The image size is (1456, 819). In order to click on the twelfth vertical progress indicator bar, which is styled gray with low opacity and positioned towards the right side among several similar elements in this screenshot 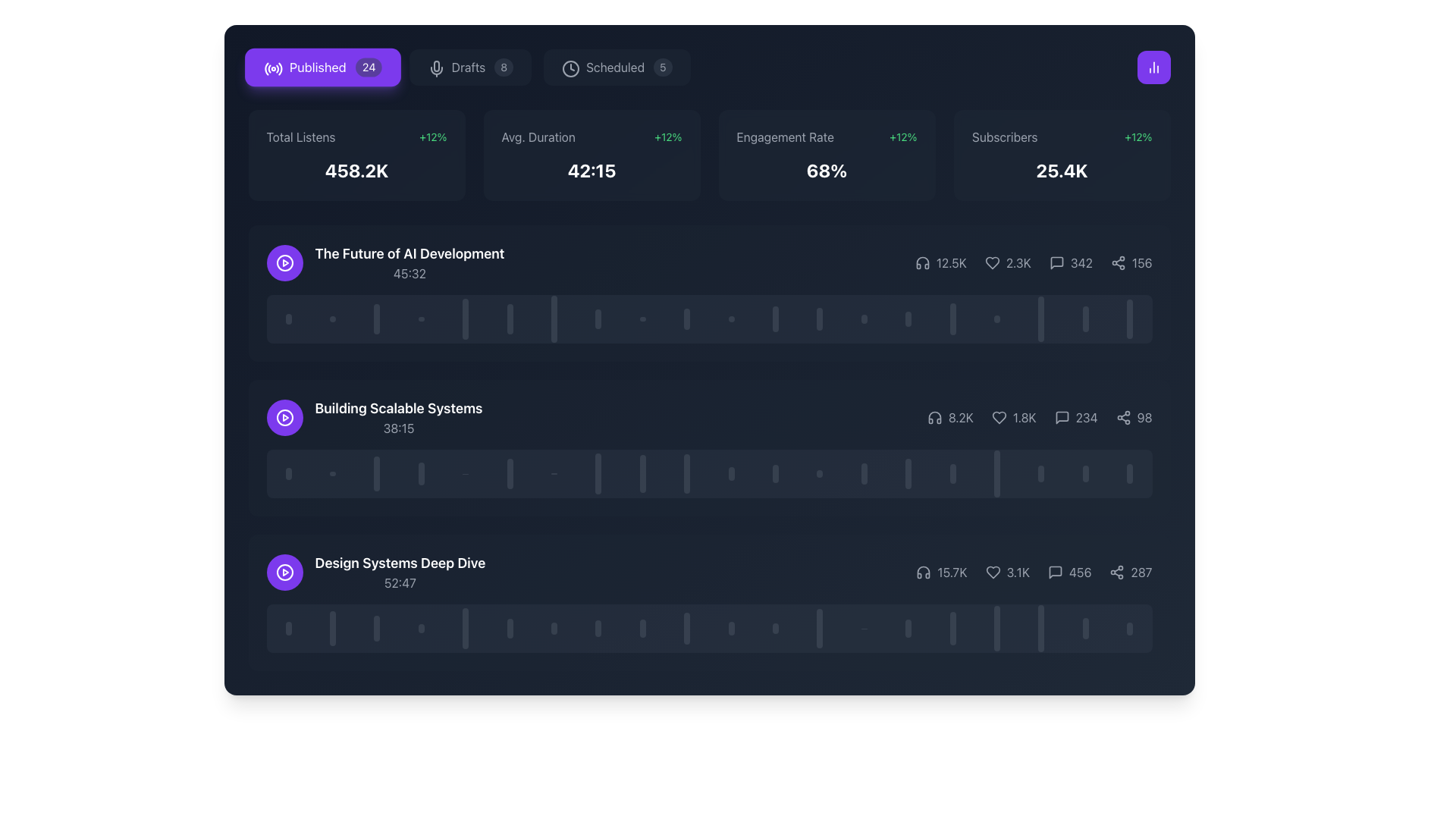, I will do `click(775, 629)`.